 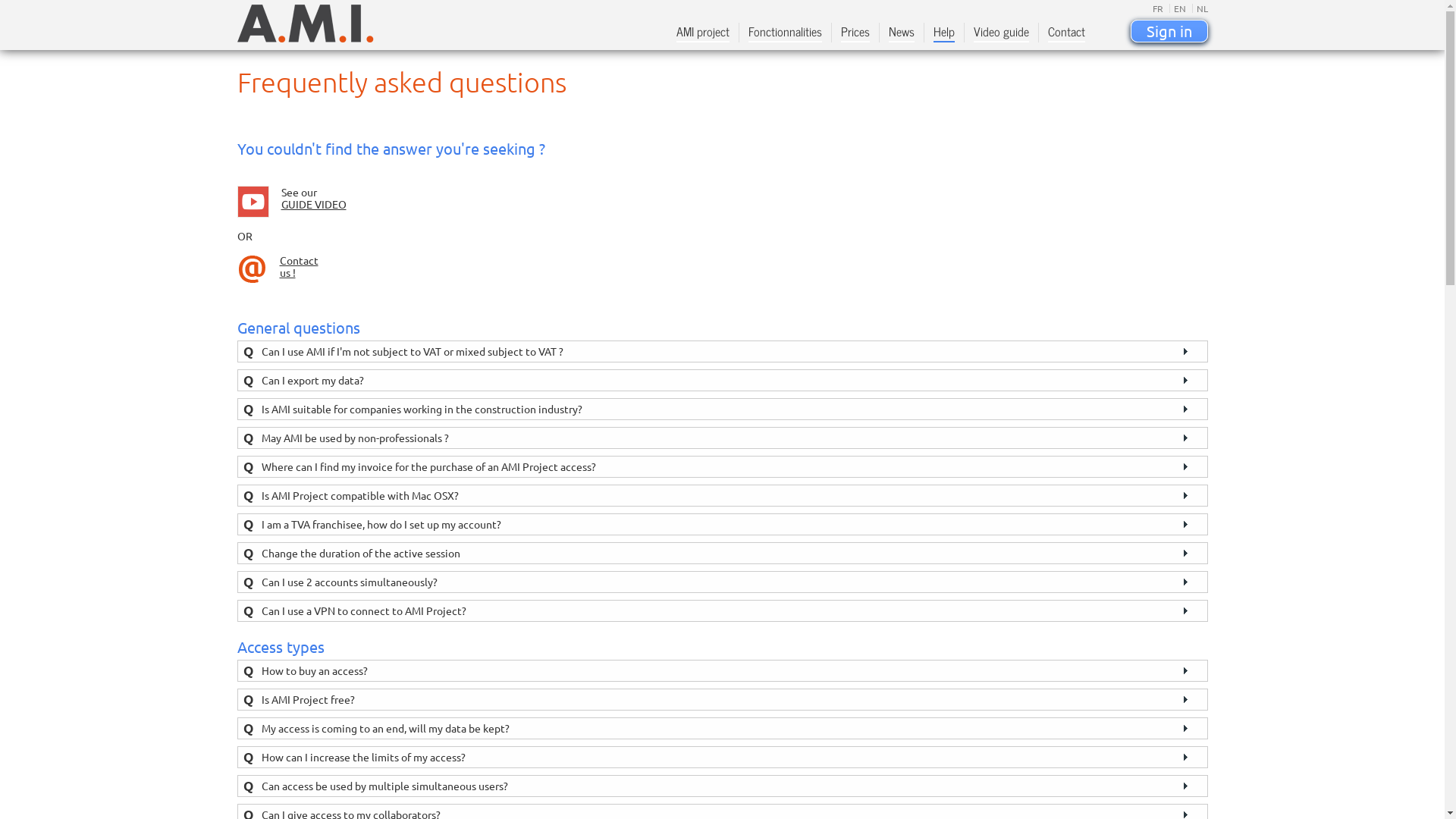 I want to click on 'AMI project', so click(x=676, y=33).